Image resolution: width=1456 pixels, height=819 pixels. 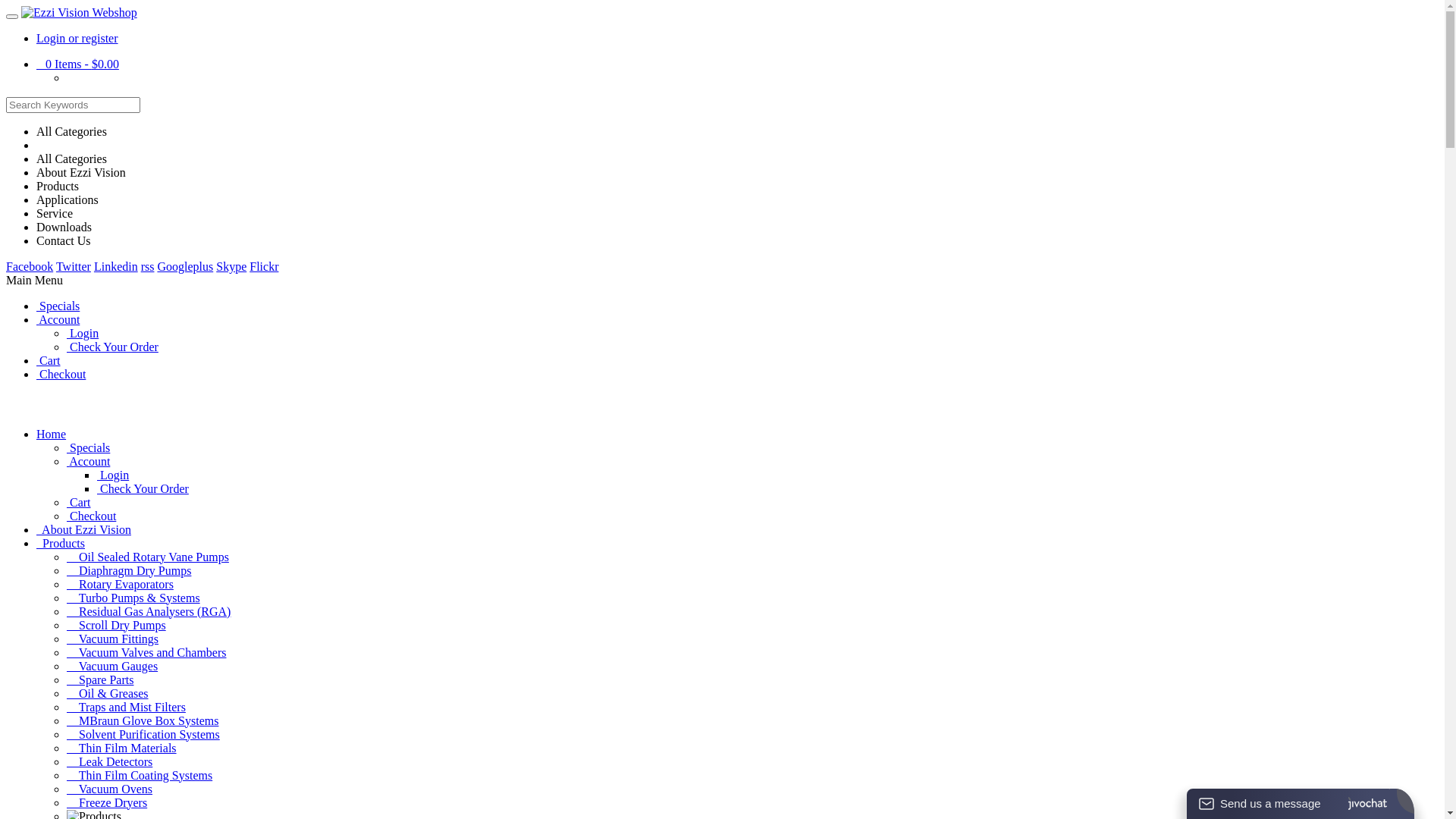 What do you see at coordinates (67, 199) in the screenshot?
I see `'Applications'` at bounding box center [67, 199].